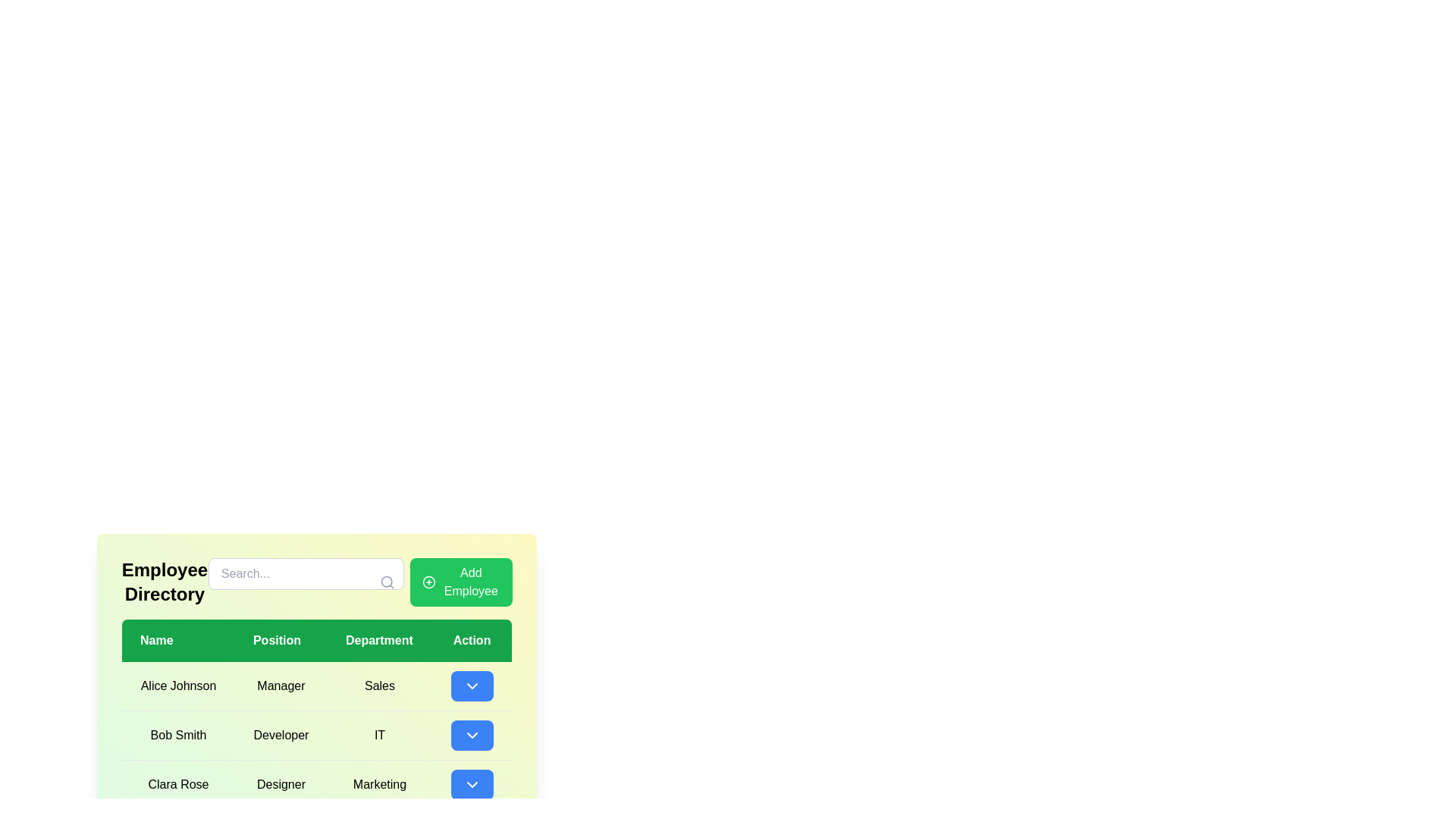  Describe the element at coordinates (165, 581) in the screenshot. I see `the 'Employee Directory' text label, which is a bold and large font header located at the top-left of the green-tinted interface` at that location.